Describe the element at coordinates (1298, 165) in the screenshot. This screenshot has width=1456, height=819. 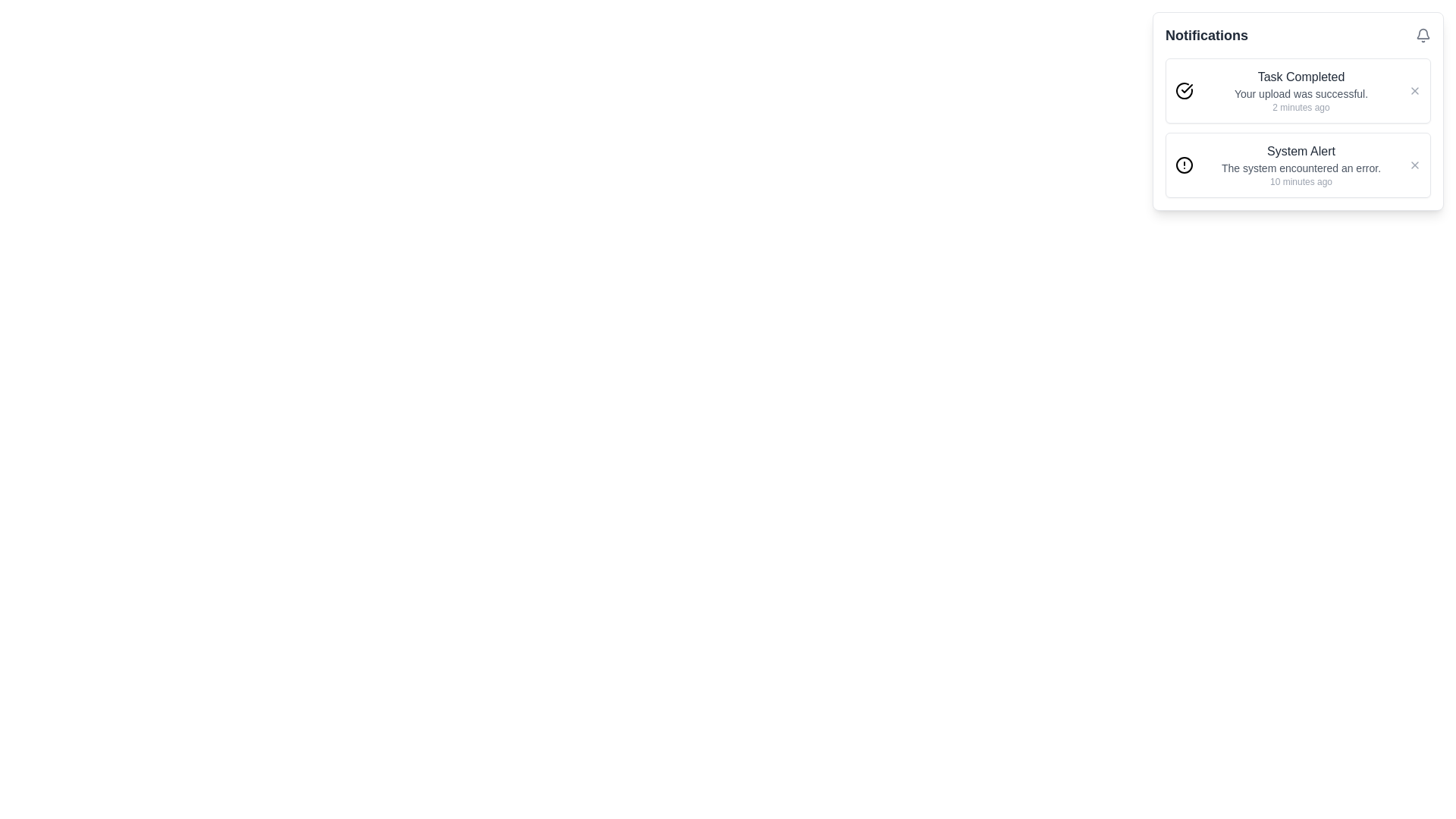
I see `error message from the notification card located directly beneath the 'Task Completed' notification in the notification panel` at that location.